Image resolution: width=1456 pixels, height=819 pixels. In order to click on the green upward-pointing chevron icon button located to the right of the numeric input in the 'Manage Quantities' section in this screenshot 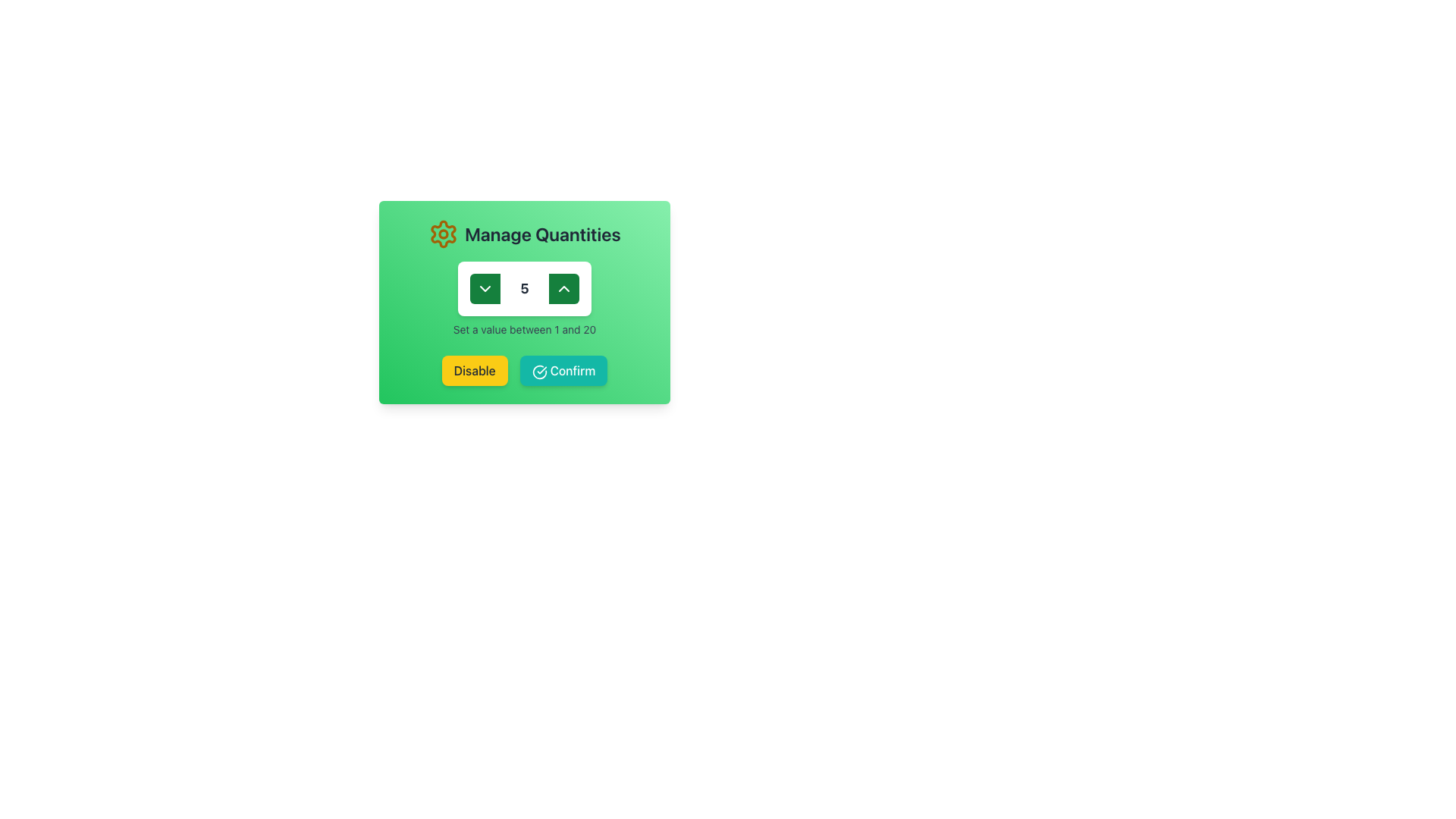, I will do `click(563, 289)`.